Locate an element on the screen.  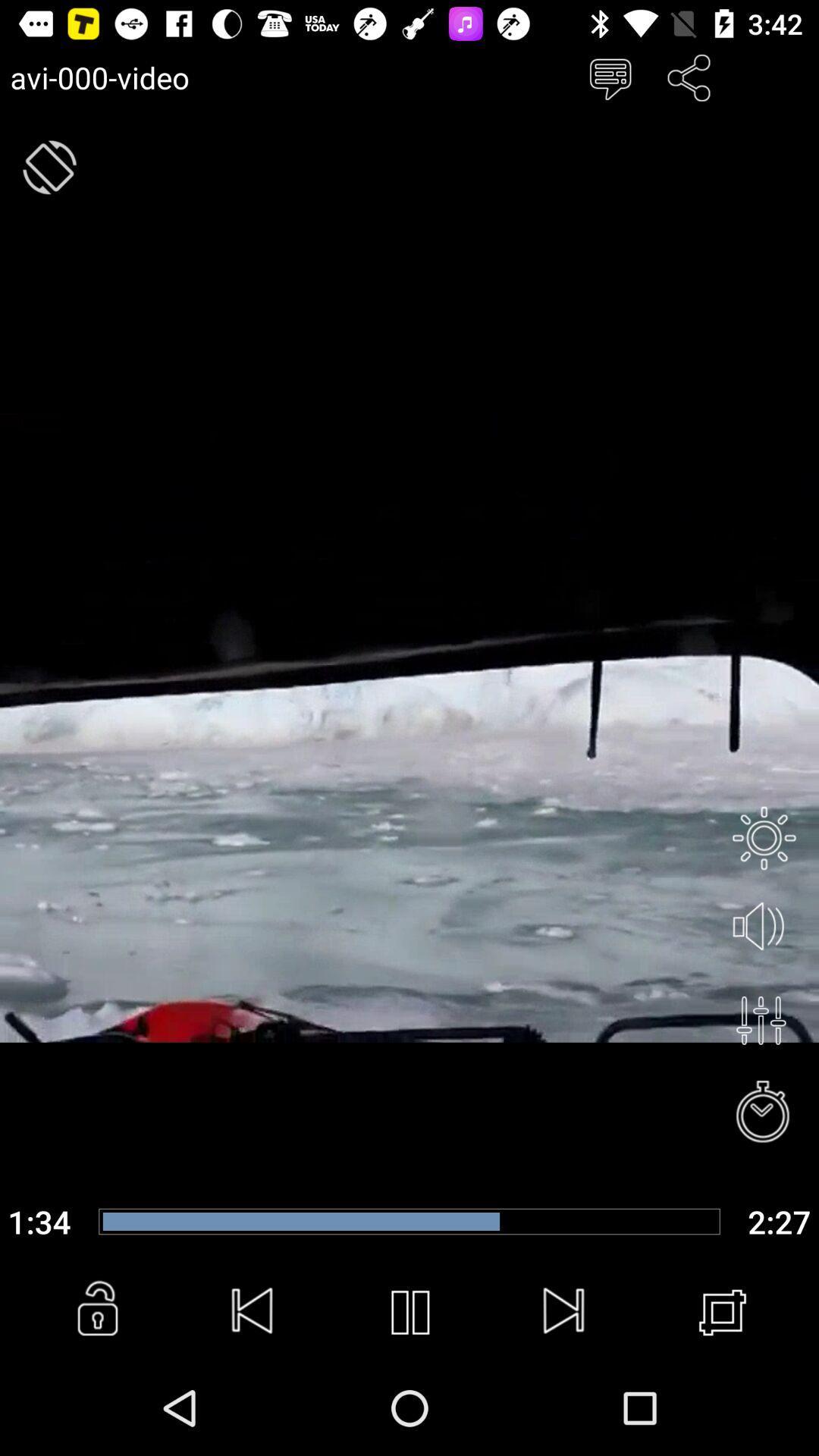
lock button is located at coordinates (97, 1312).